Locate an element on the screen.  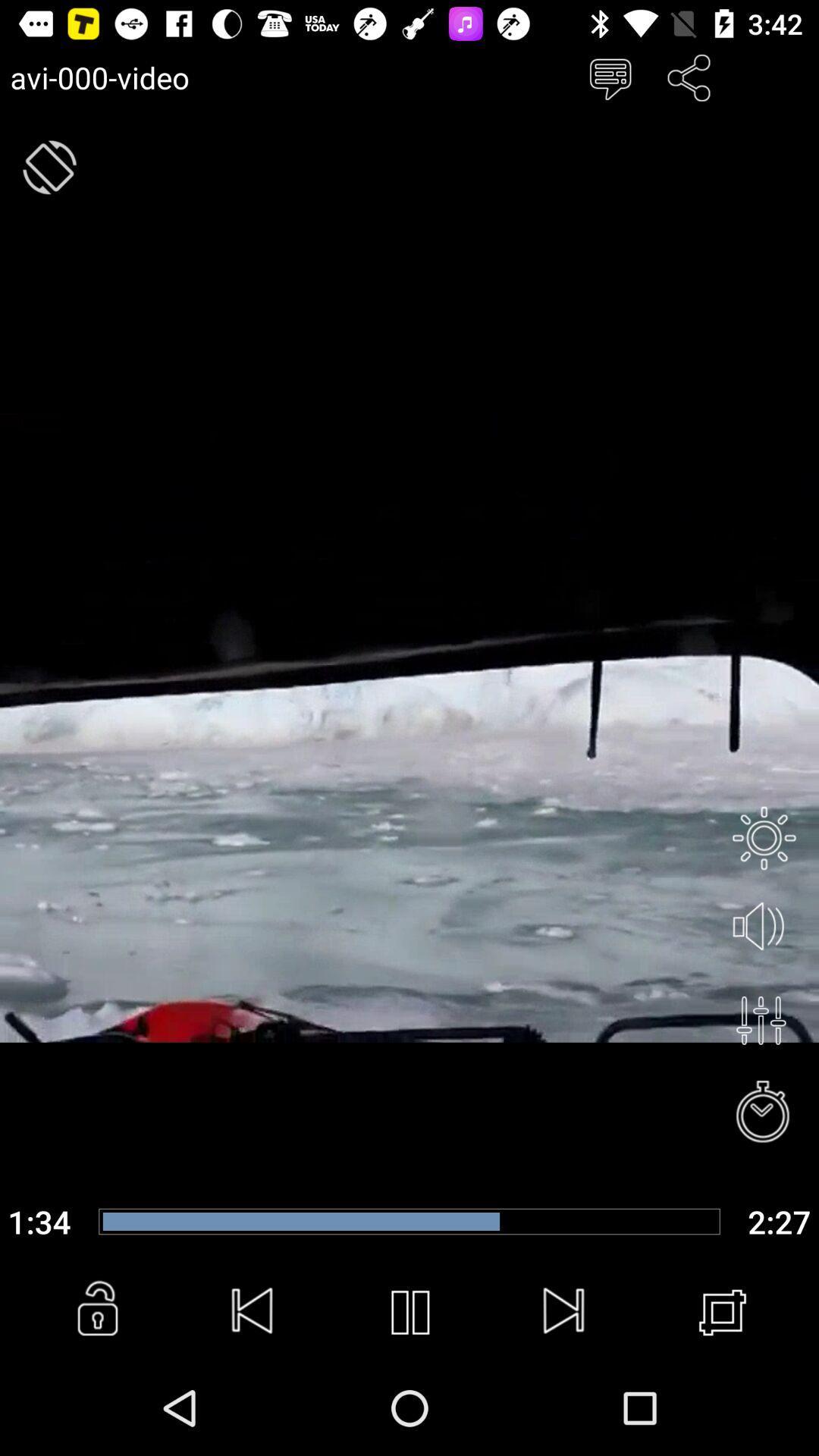
lock button is located at coordinates (97, 1312).